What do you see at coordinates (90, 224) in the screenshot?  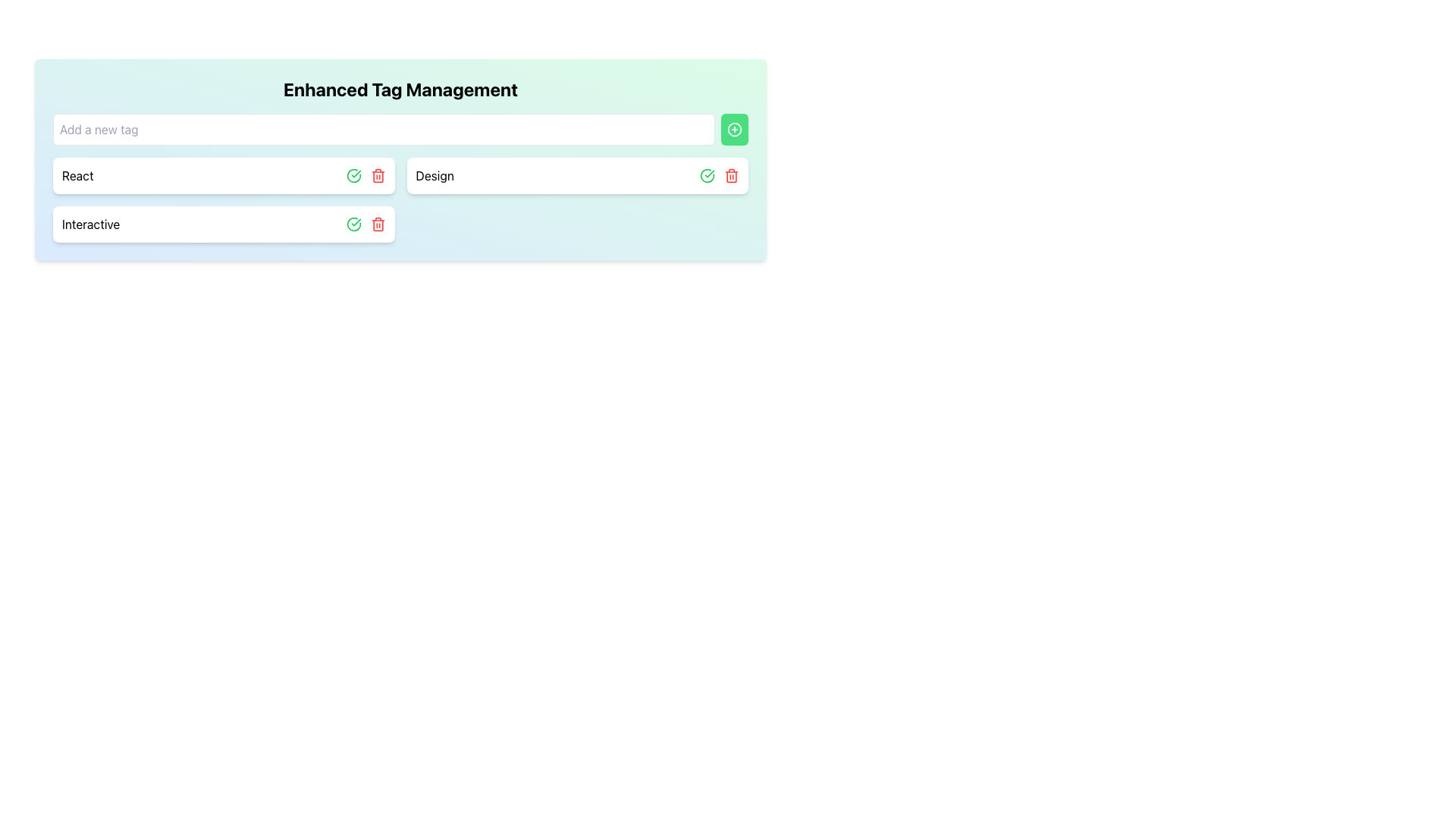 I see `text label representing a tag under 'Enhanced Tag Management', specifically the second tag entry, which is positioned below the 'React' tag` at bounding box center [90, 224].